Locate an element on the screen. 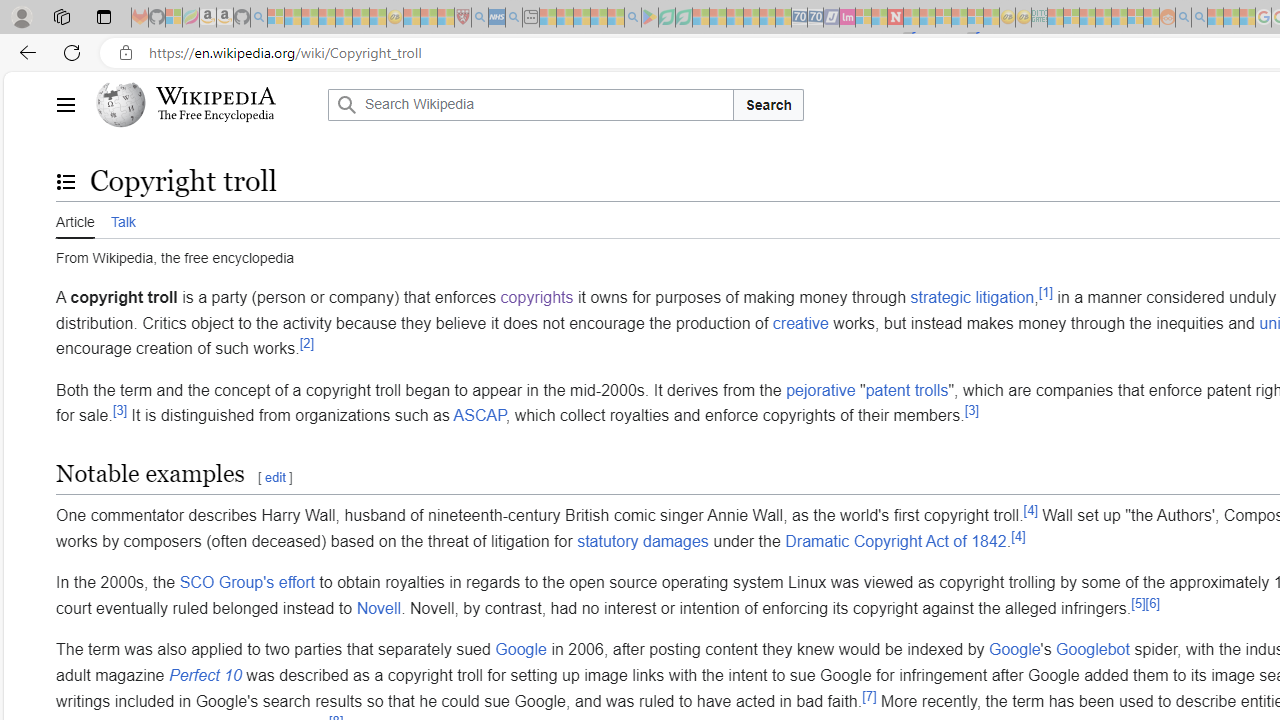 This screenshot has width=1280, height=720. 'Googlebot' is located at coordinates (1092, 649).